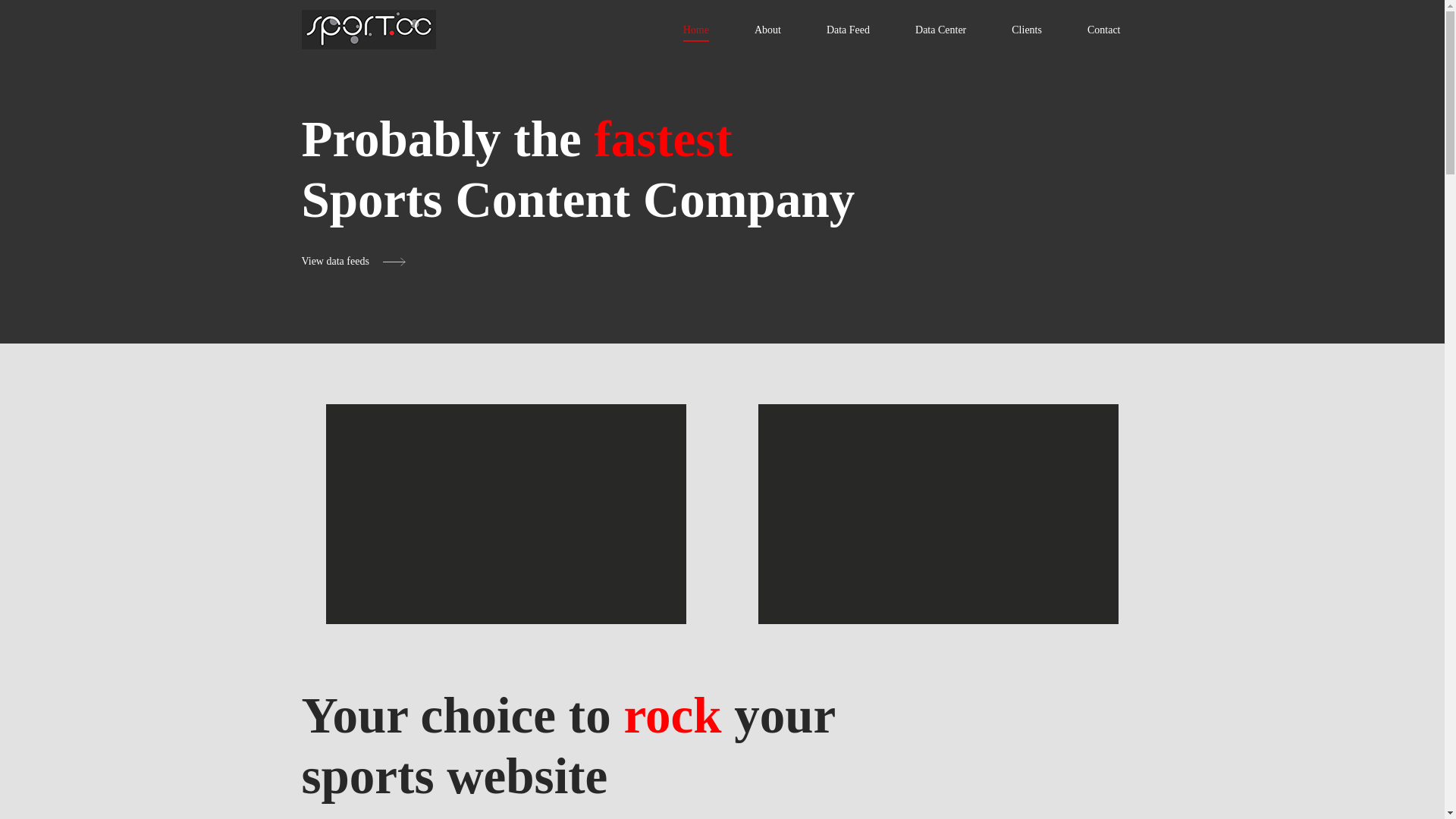 This screenshot has width=1456, height=819. What do you see at coordinates (682, 30) in the screenshot?
I see `'Home'` at bounding box center [682, 30].